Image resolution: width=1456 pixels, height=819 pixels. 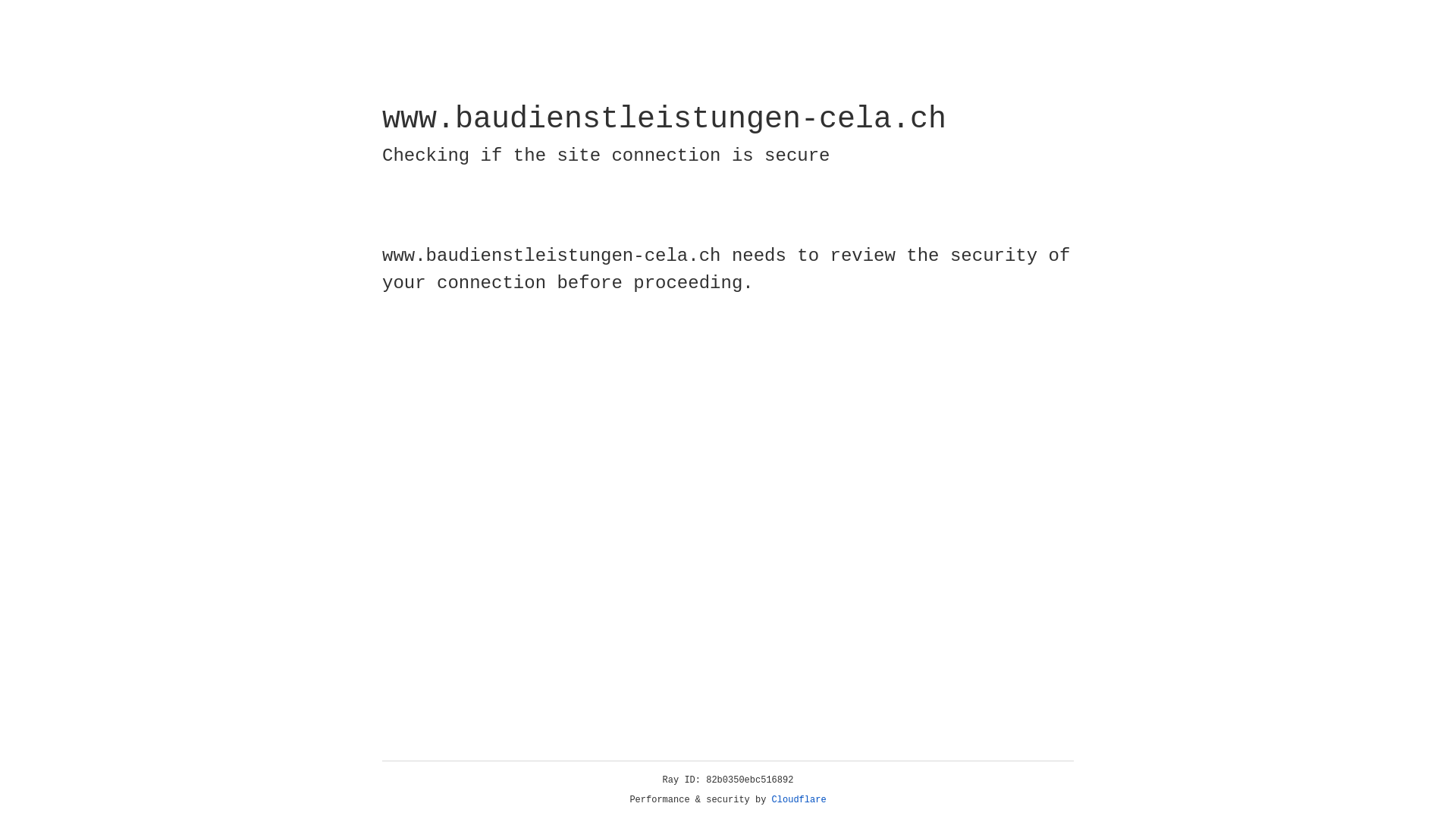 I want to click on 'Cloudflare', so click(x=799, y=799).